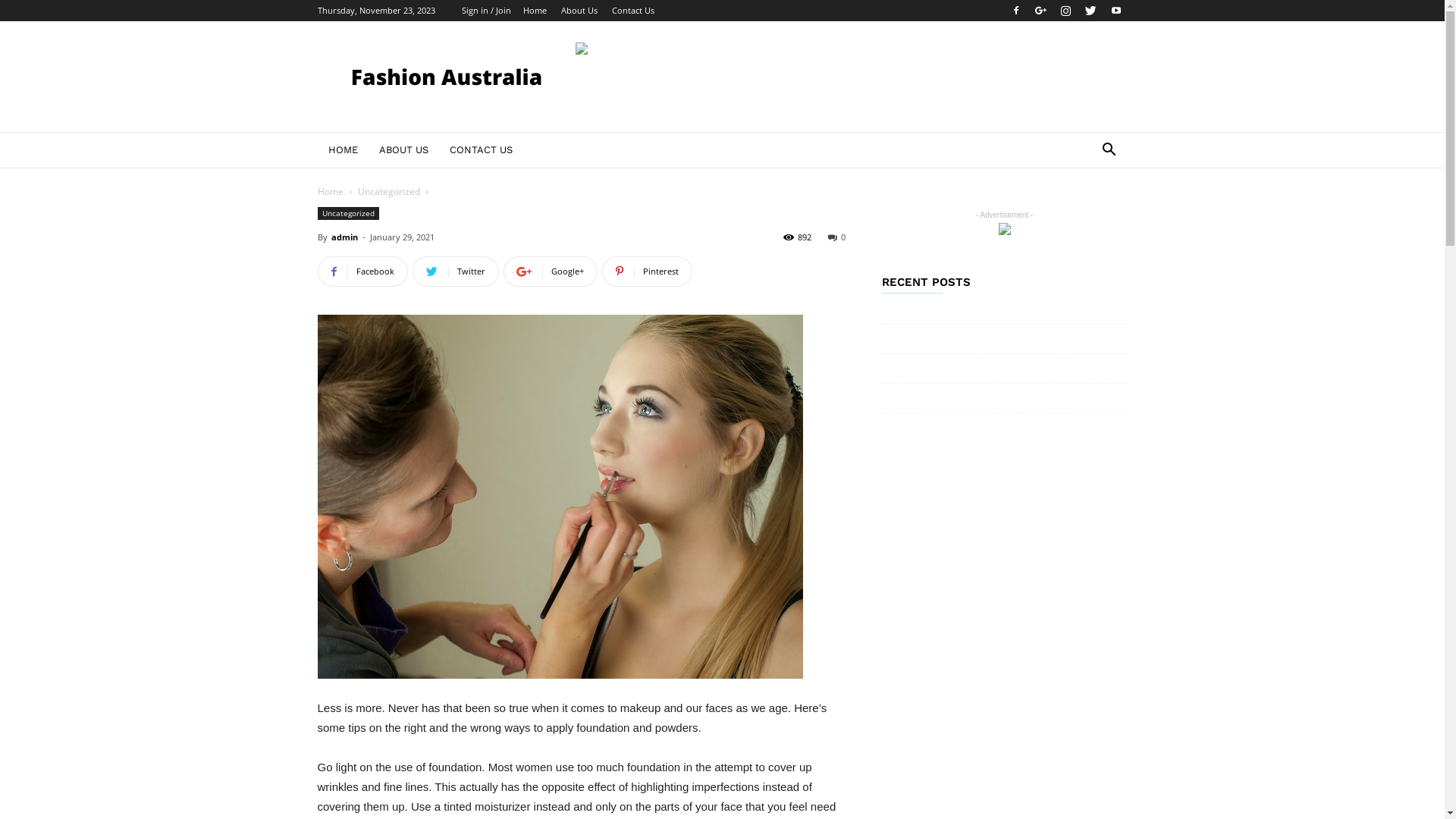 The height and width of the screenshot is (819, 1456). What do you see at coordinates (503, 271) in the screenshot?
I see `'Google+'` at bounding box center [503, 271].